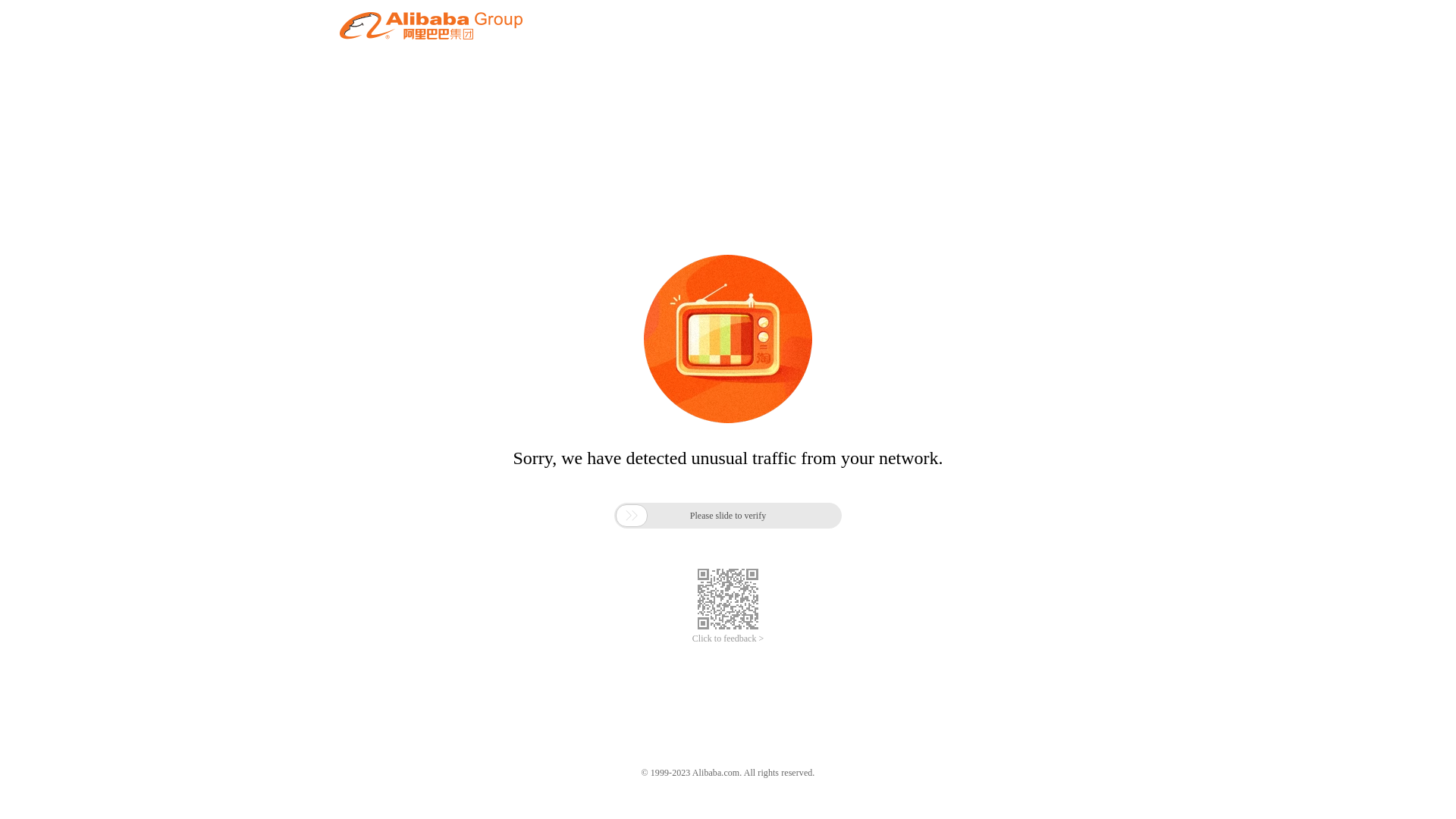 The height and width of the screenshot is (819, 1456). What do you see at coordinates (728, 639) in the screenshot?
I see `'Click to feedback >'` at bounding box center [728, 639].